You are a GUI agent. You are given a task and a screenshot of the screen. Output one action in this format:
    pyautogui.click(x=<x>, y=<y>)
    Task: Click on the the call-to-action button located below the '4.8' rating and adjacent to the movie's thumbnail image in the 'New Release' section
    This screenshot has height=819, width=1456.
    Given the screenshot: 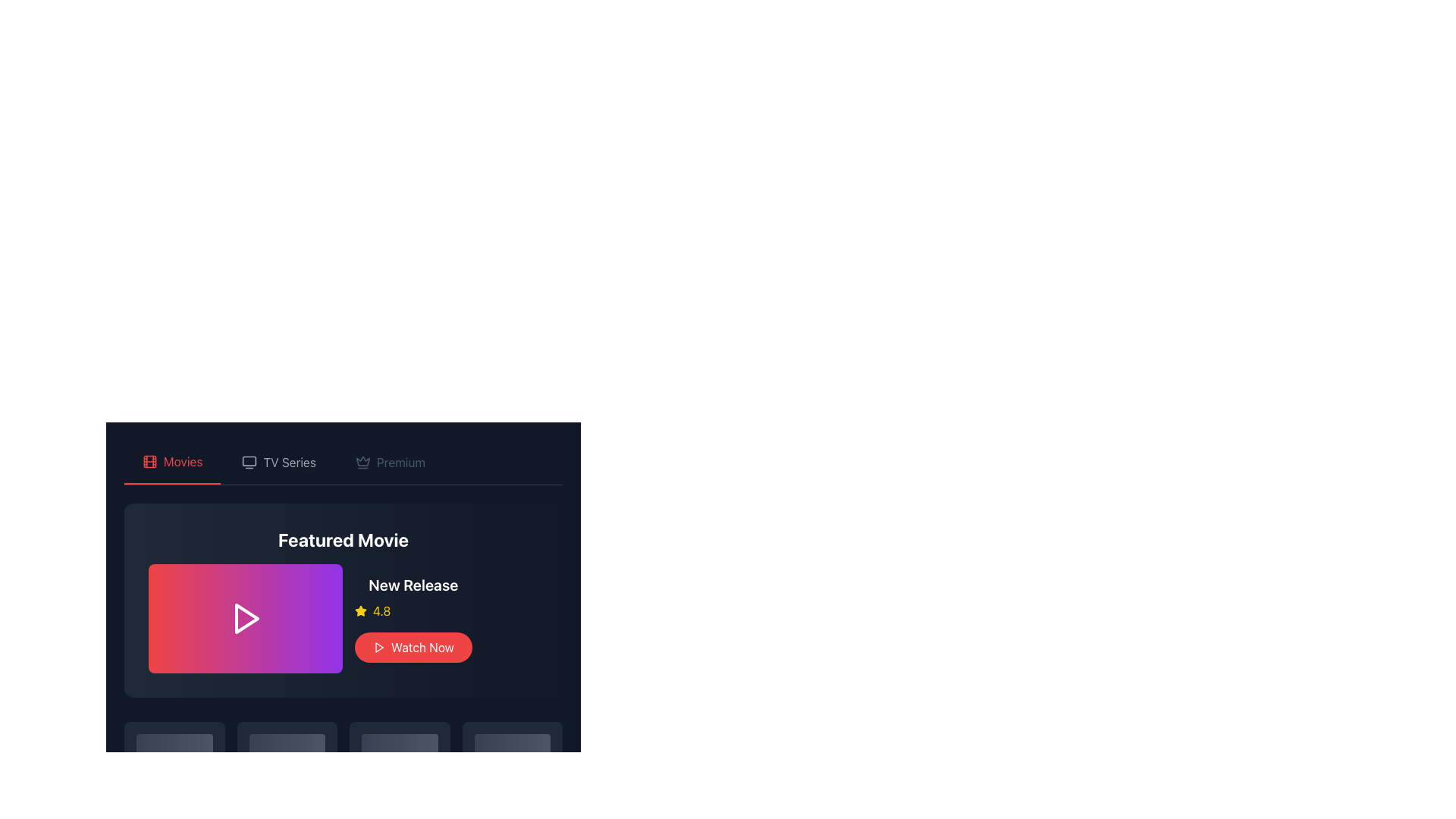 What is the action you would take?
    pyautogui.click(x=413, y=647)
    